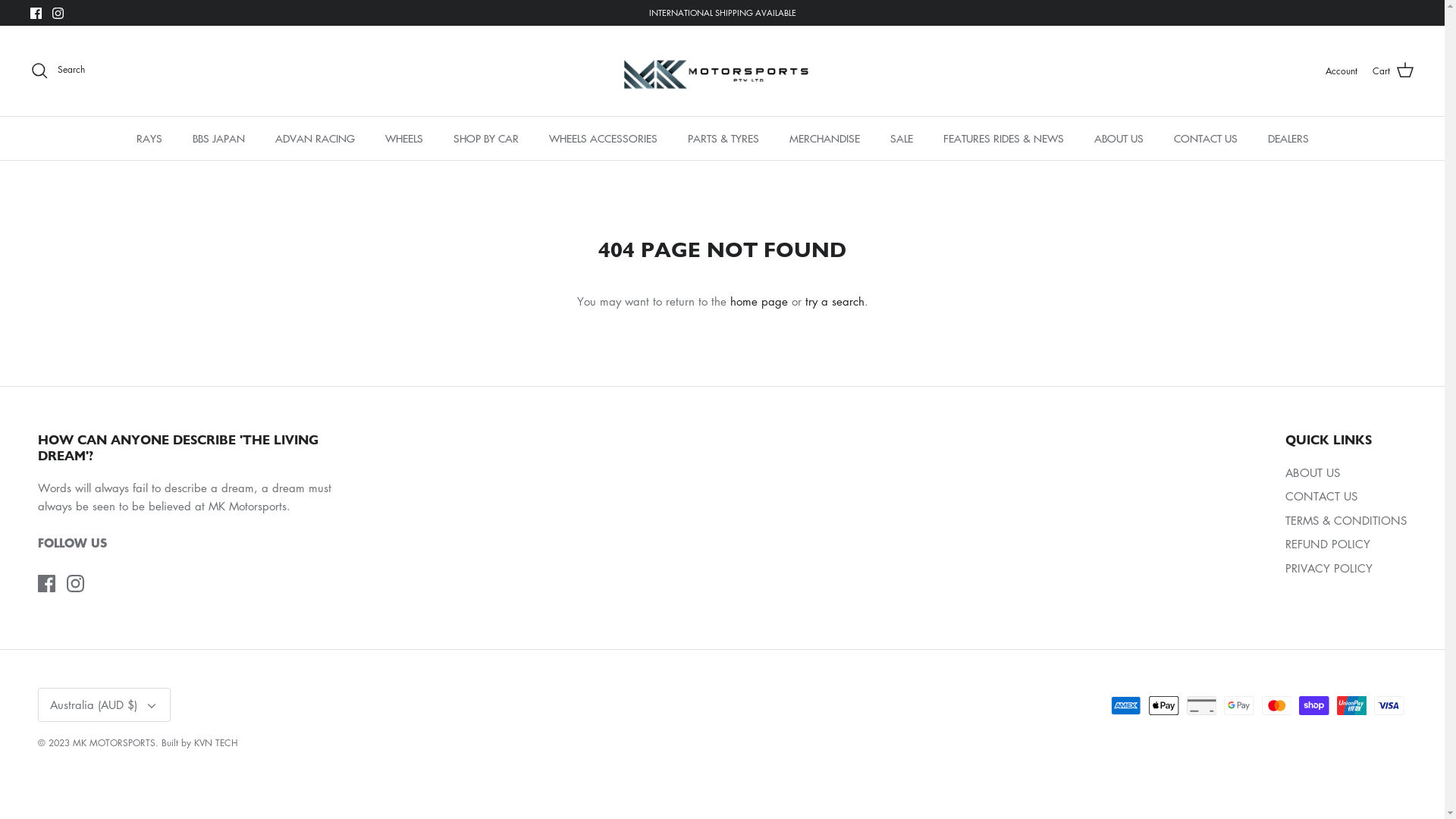 This screenshot has width=1456, height=819. Describe the element at coordinates (833, 301) in the screenshot. I see `'try a search'` at that location.